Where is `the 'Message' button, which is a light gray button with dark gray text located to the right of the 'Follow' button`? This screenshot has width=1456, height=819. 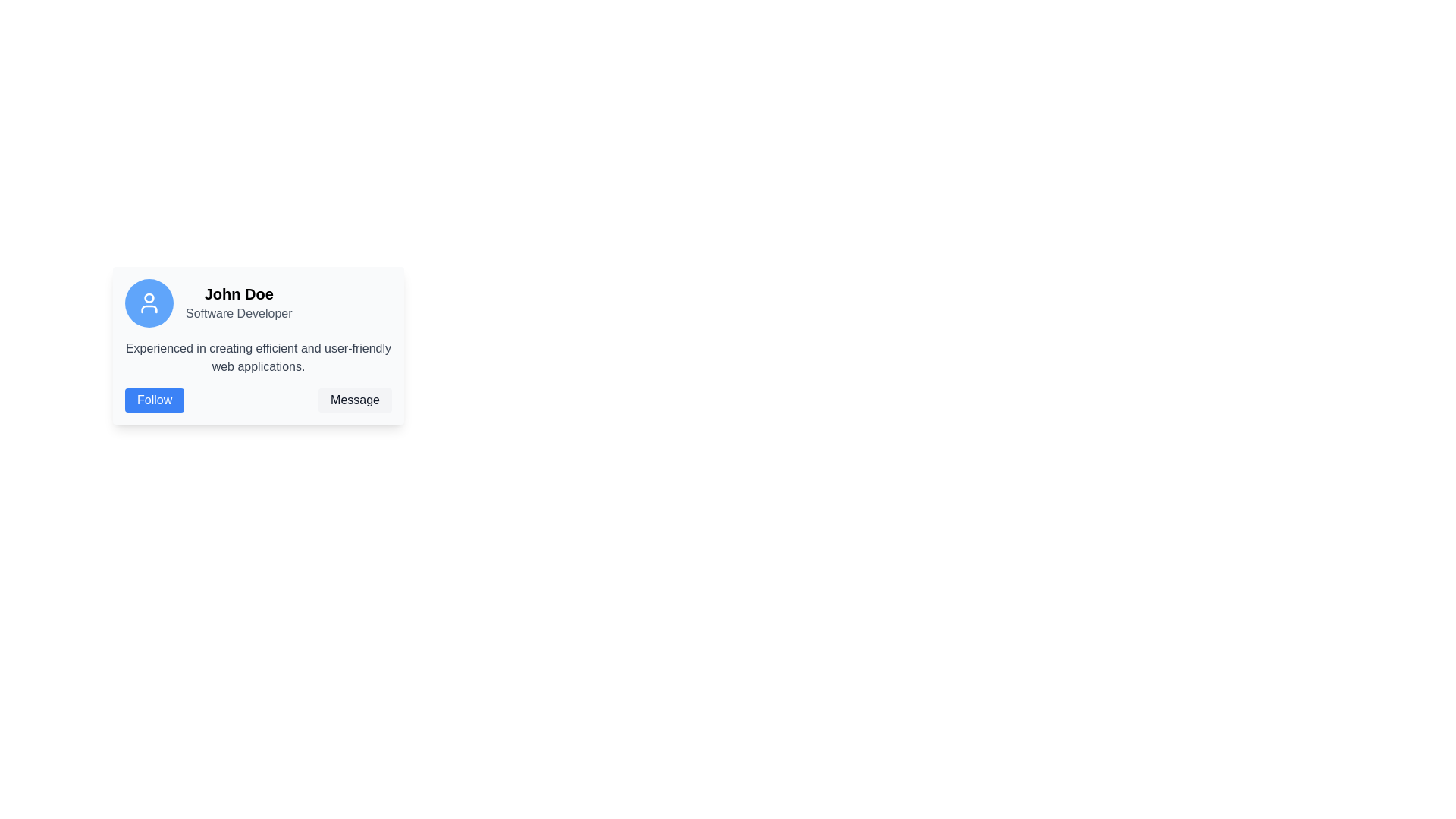
the 'Message' button, which is a light gray button with dark gray text located to the right of the 'Follow' button is located at coordinates (354, 400).